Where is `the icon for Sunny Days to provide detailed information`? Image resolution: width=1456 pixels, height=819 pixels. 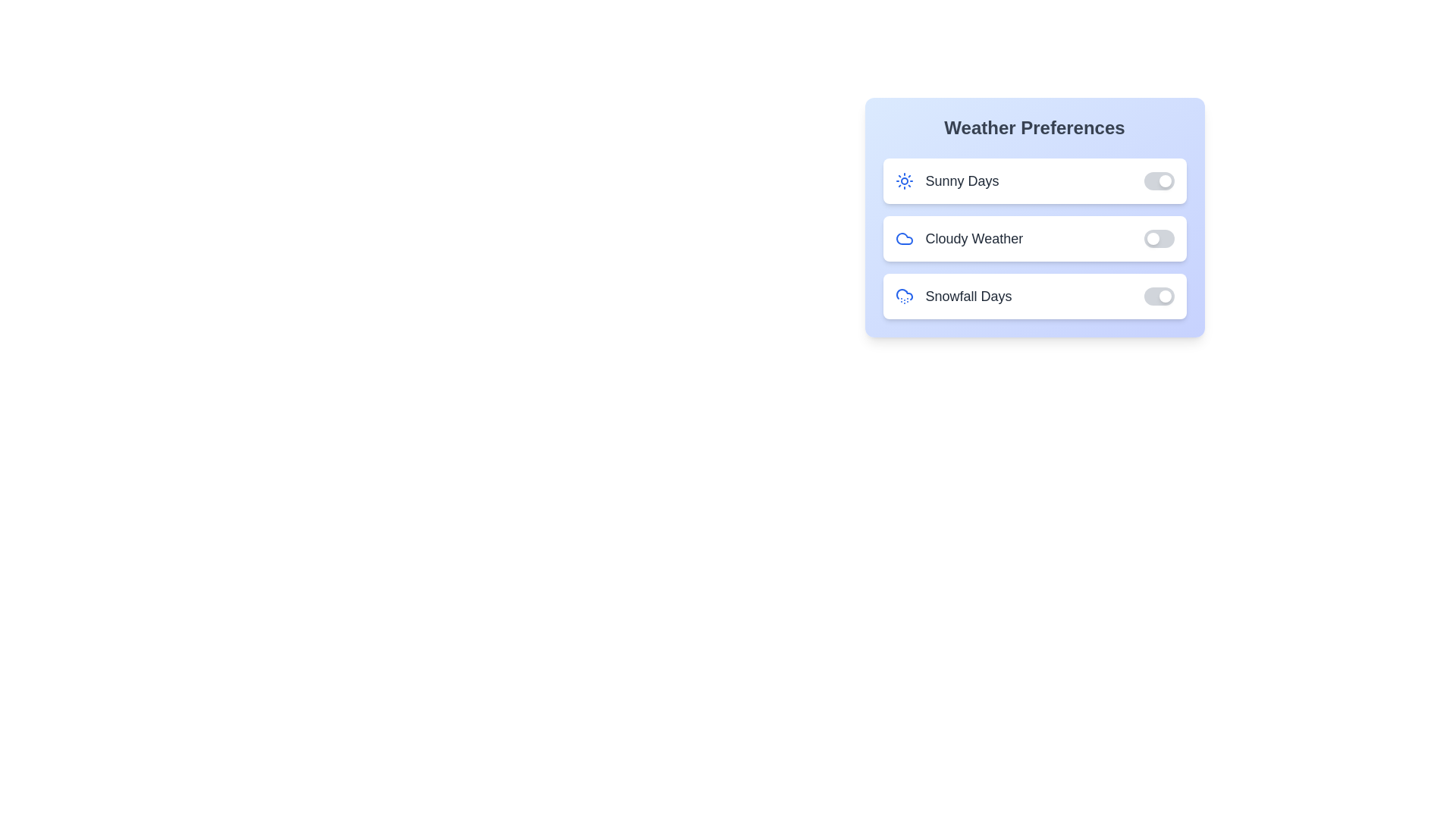
the icon for Sunny Days to provide detailed information is located at coordinates (904, 180).